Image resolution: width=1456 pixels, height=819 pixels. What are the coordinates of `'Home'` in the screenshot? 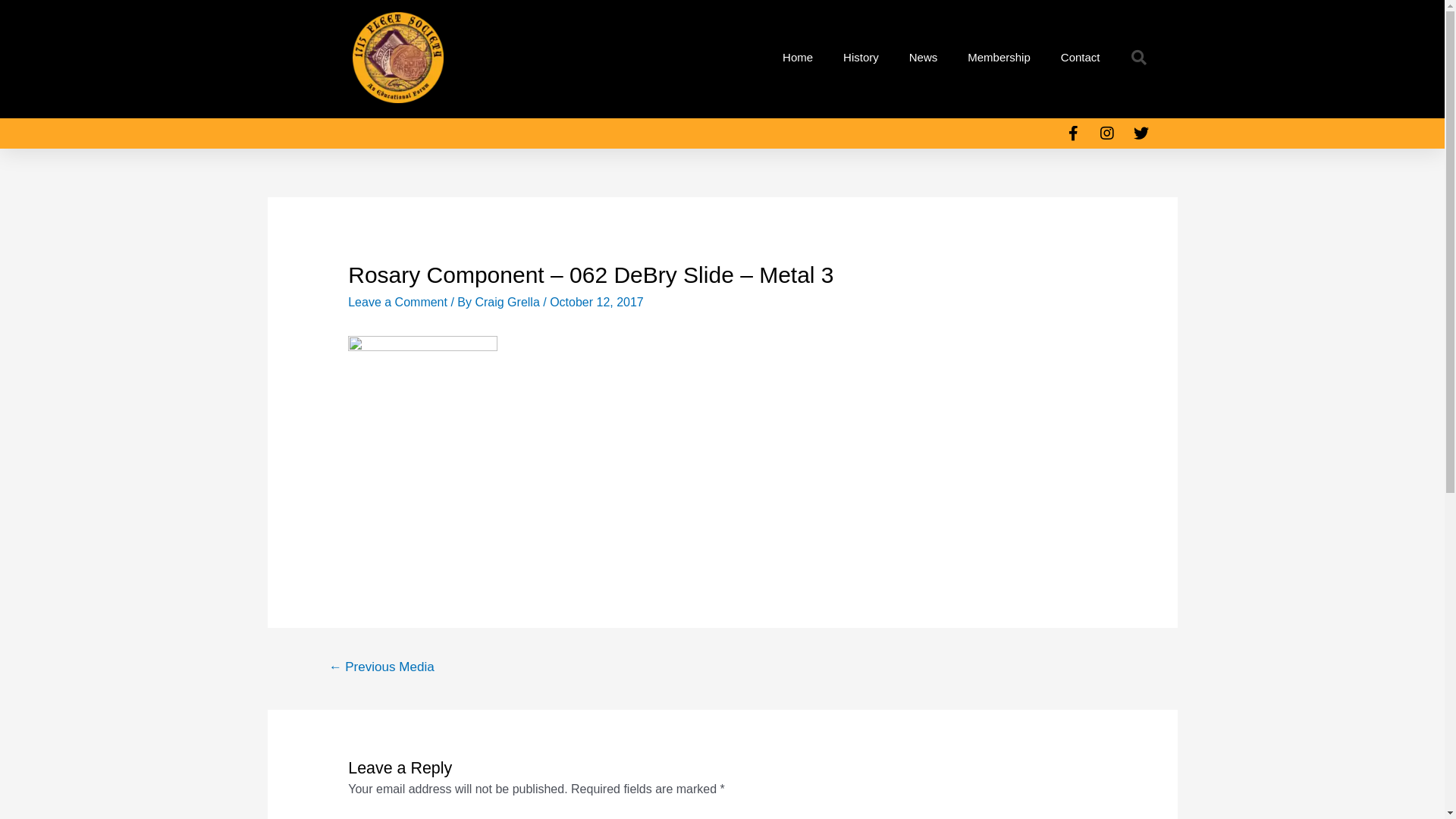 It's located at (796, 57).